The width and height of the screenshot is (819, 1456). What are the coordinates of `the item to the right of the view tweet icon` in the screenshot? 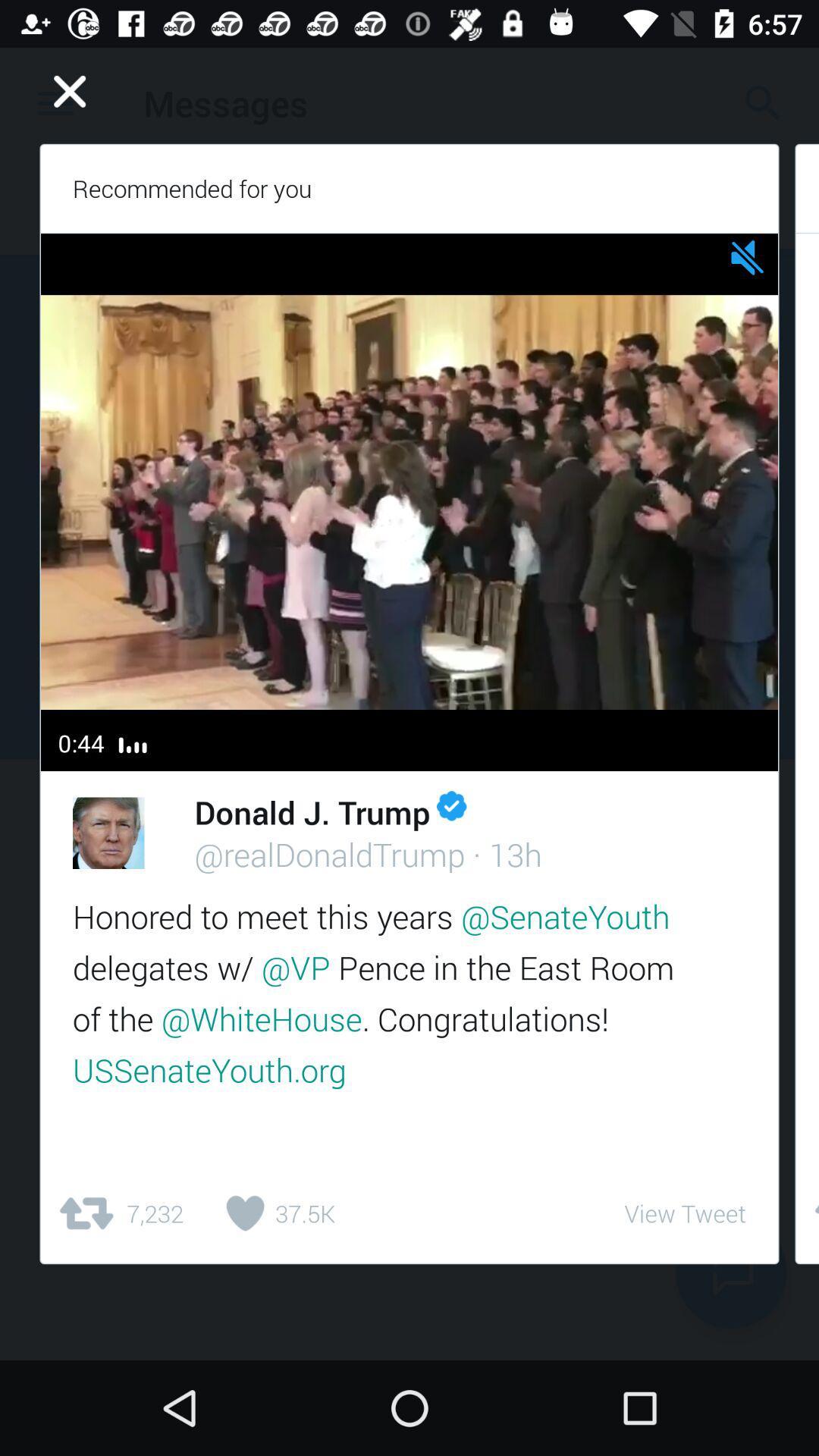 It's located at (806, 1213).